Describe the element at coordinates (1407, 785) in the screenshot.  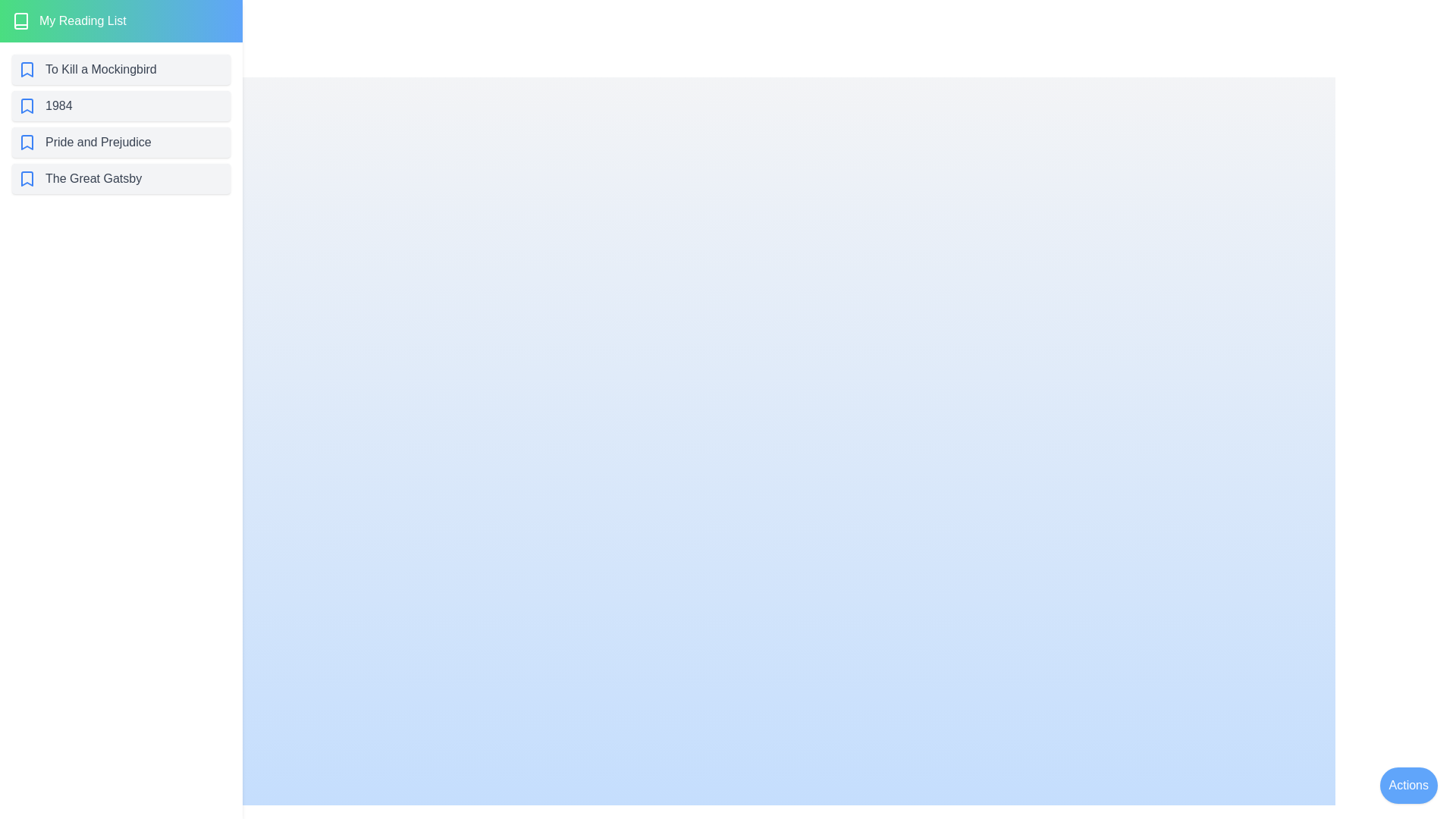
I see `the 'Actions' button located at the bottom-right corner of the screen` at that location.